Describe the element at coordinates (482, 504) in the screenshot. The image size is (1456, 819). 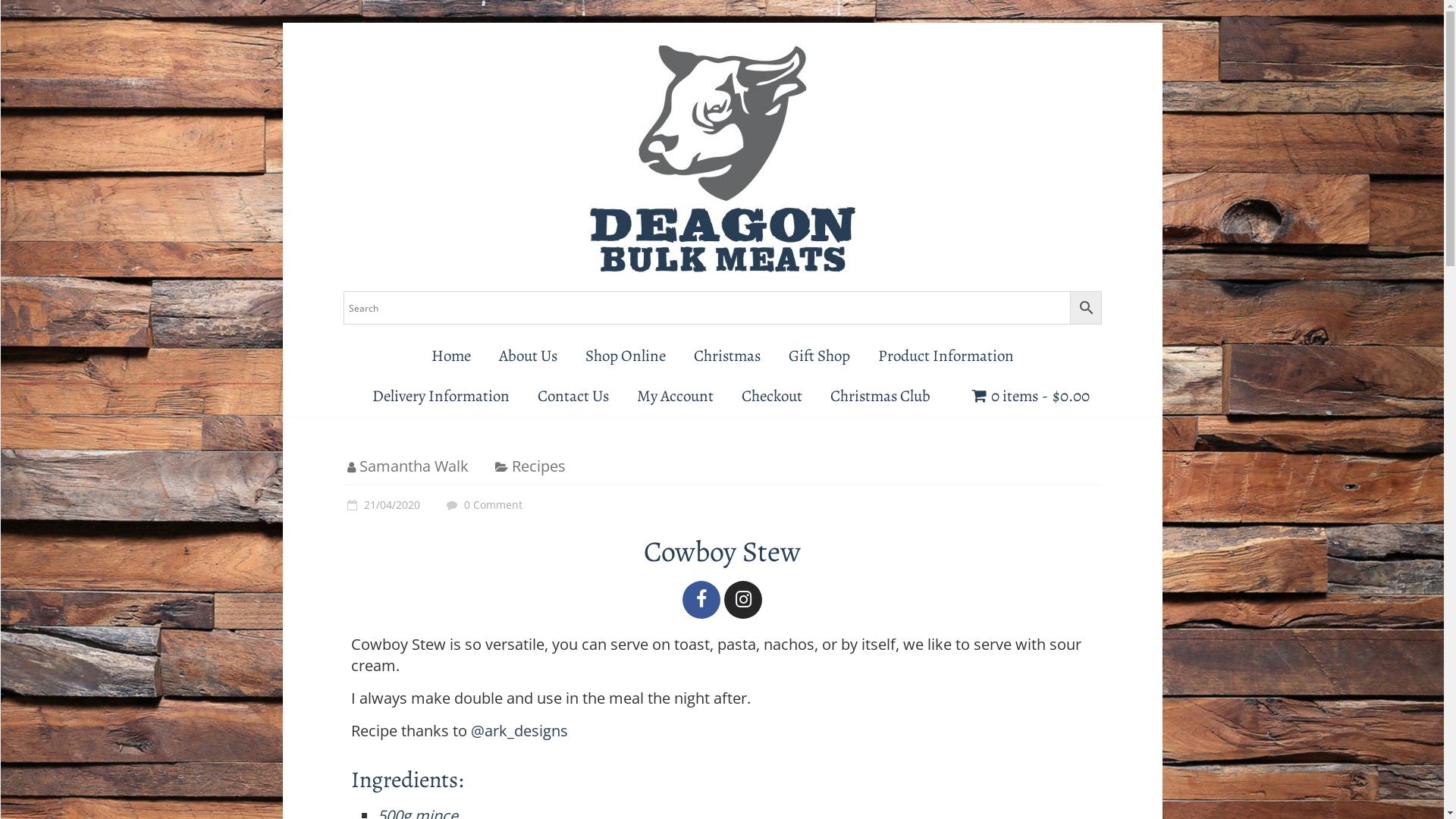
I see `'0 Comment'` at that location.